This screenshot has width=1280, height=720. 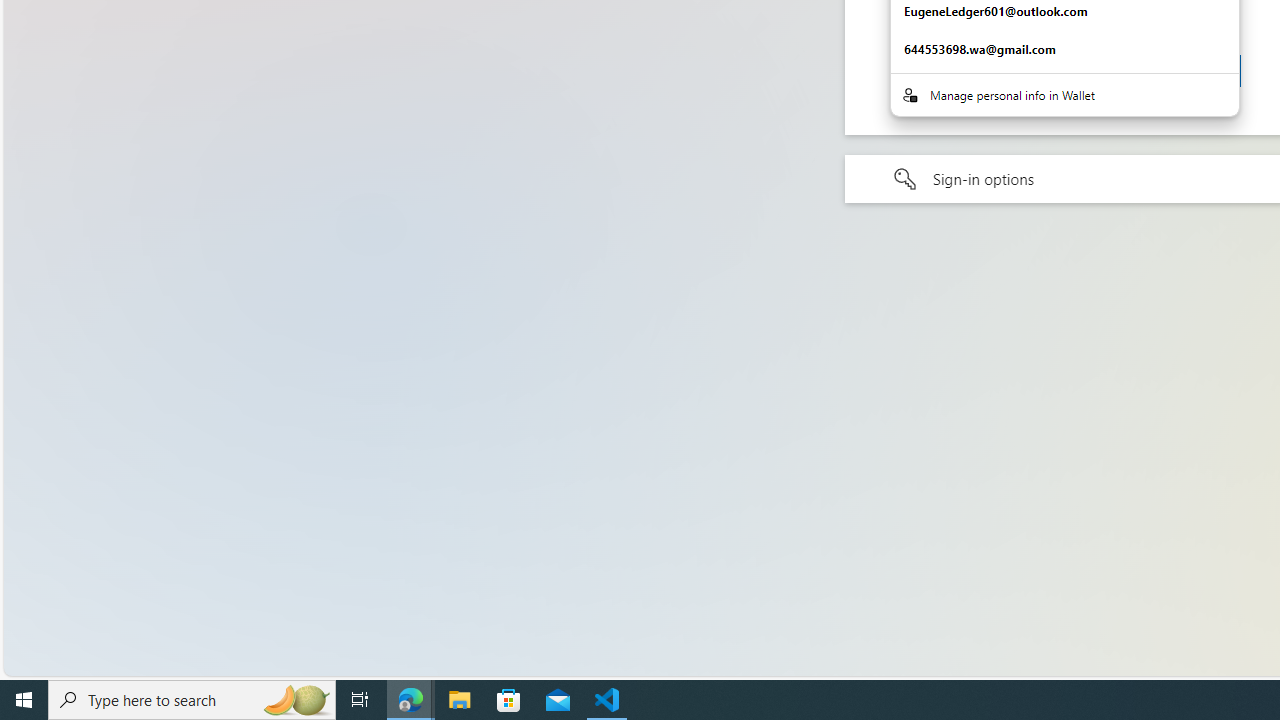 What do you see at coordinates (1063, 49) in the screenshot?
I see `'644553698.wa@gmail.com. :Basic info suggestion.'` at bounding box center [1063, 49].